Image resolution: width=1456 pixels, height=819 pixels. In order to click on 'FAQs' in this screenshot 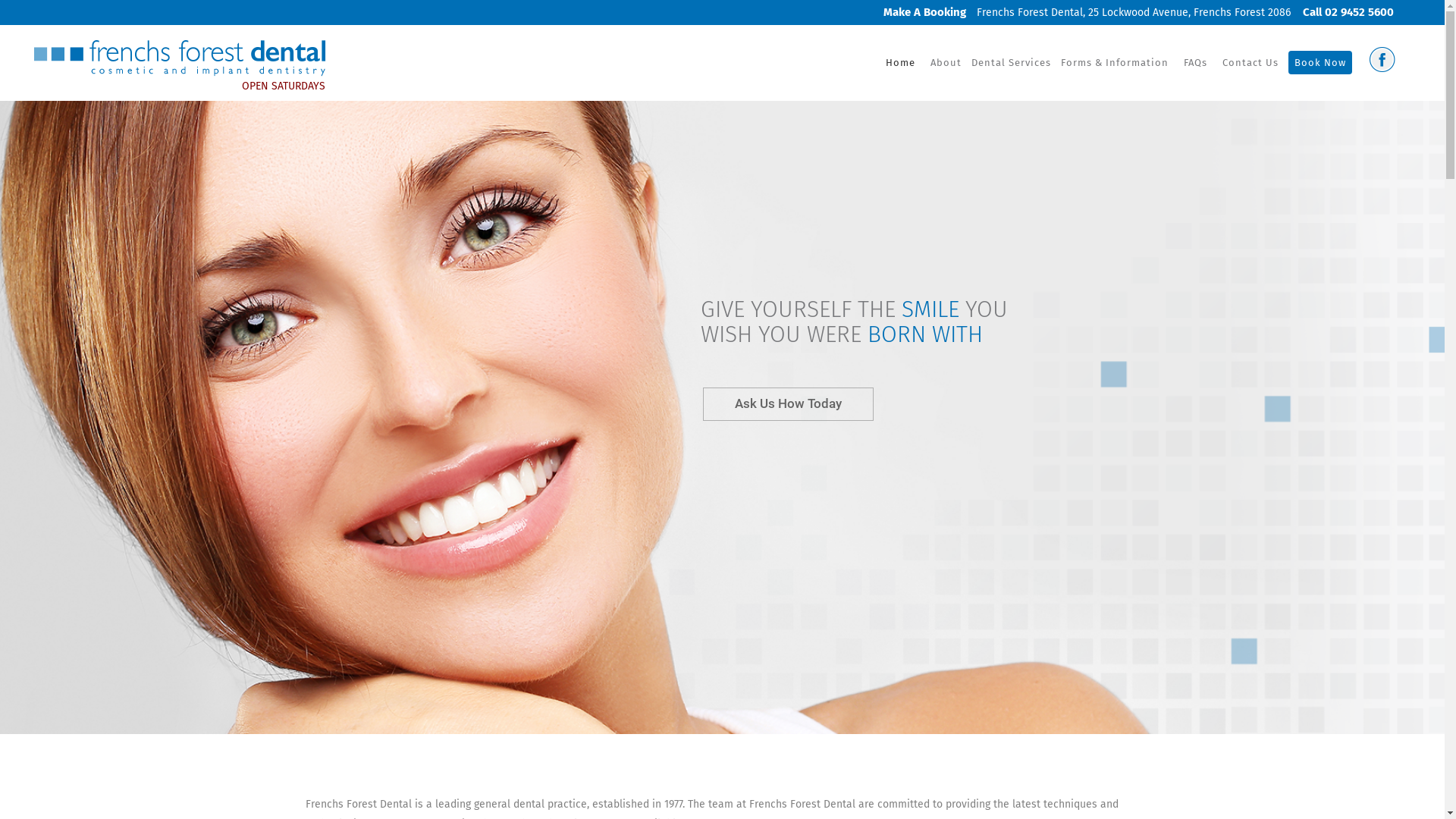, I will do `click(1194, 62)`.